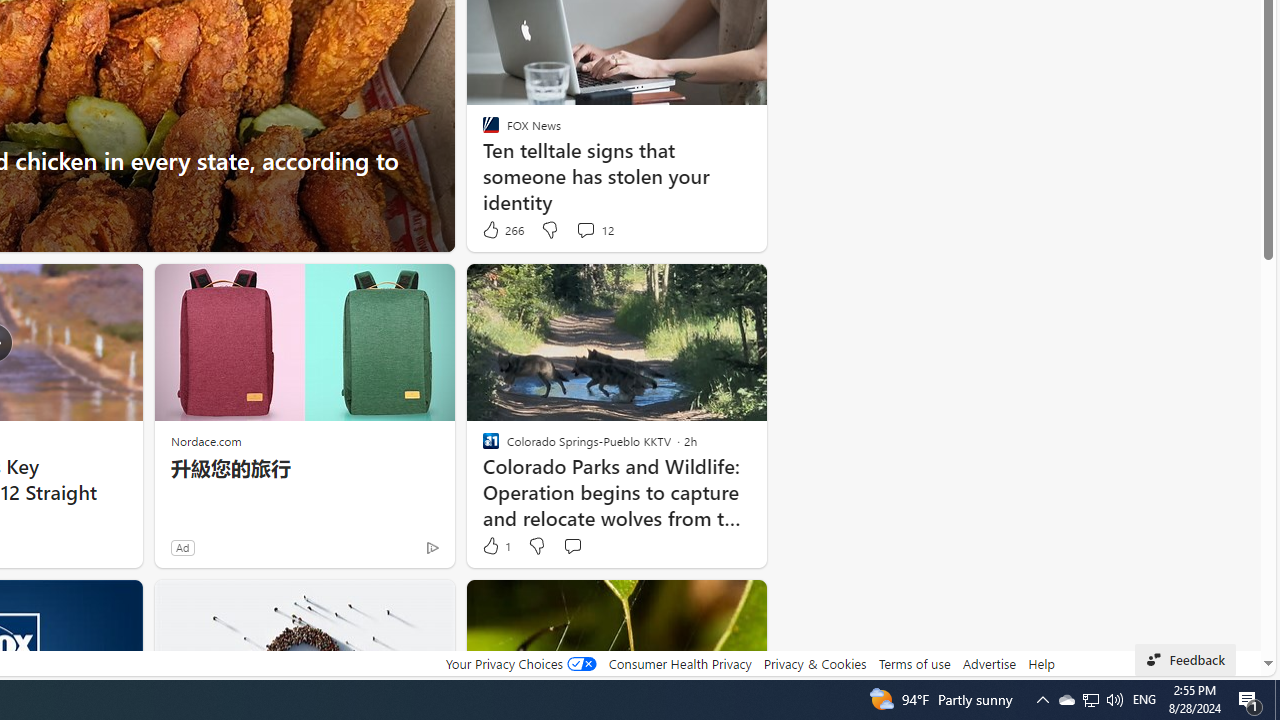 The height and width of the screenshot is (720, 1280). What do you see at coordinates (502, 229) in the screenshot?
I see `'266 Like'` at bounding box center [502, 229].